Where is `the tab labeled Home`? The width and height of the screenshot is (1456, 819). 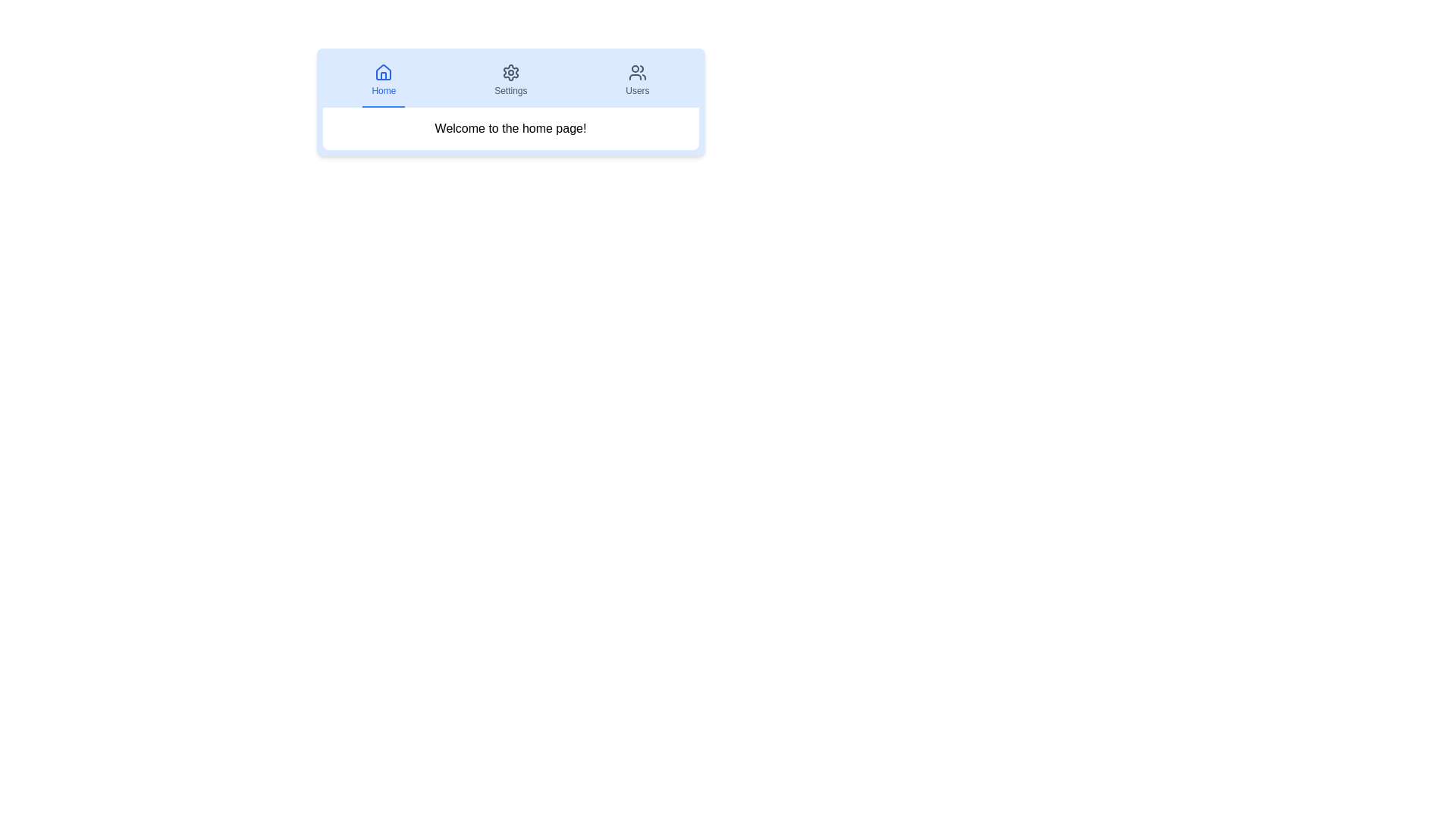
the tab labeled Home is located at coordinates (384, 81).